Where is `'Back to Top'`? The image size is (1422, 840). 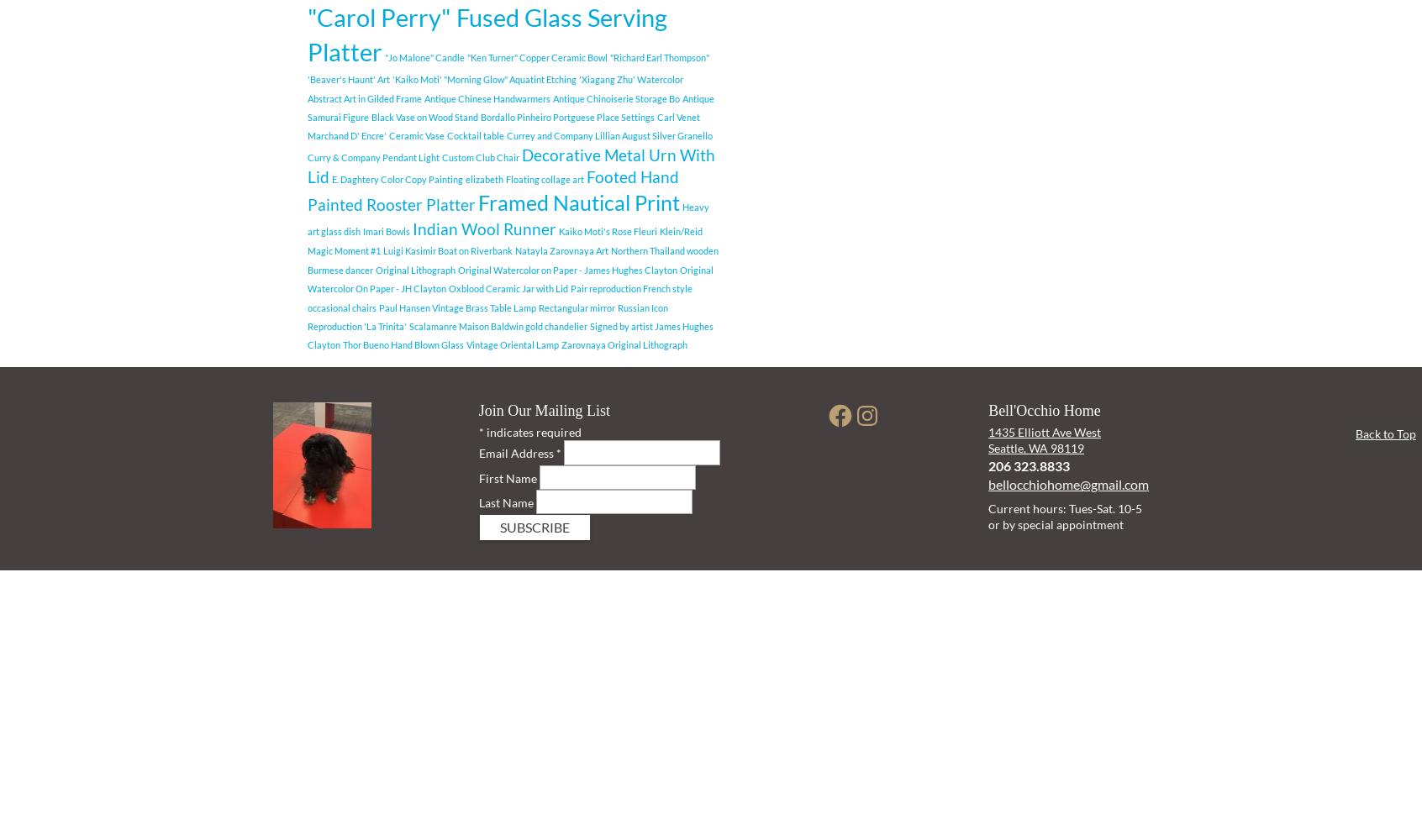
'Back to Top' is located at coordinates (1386, 433).